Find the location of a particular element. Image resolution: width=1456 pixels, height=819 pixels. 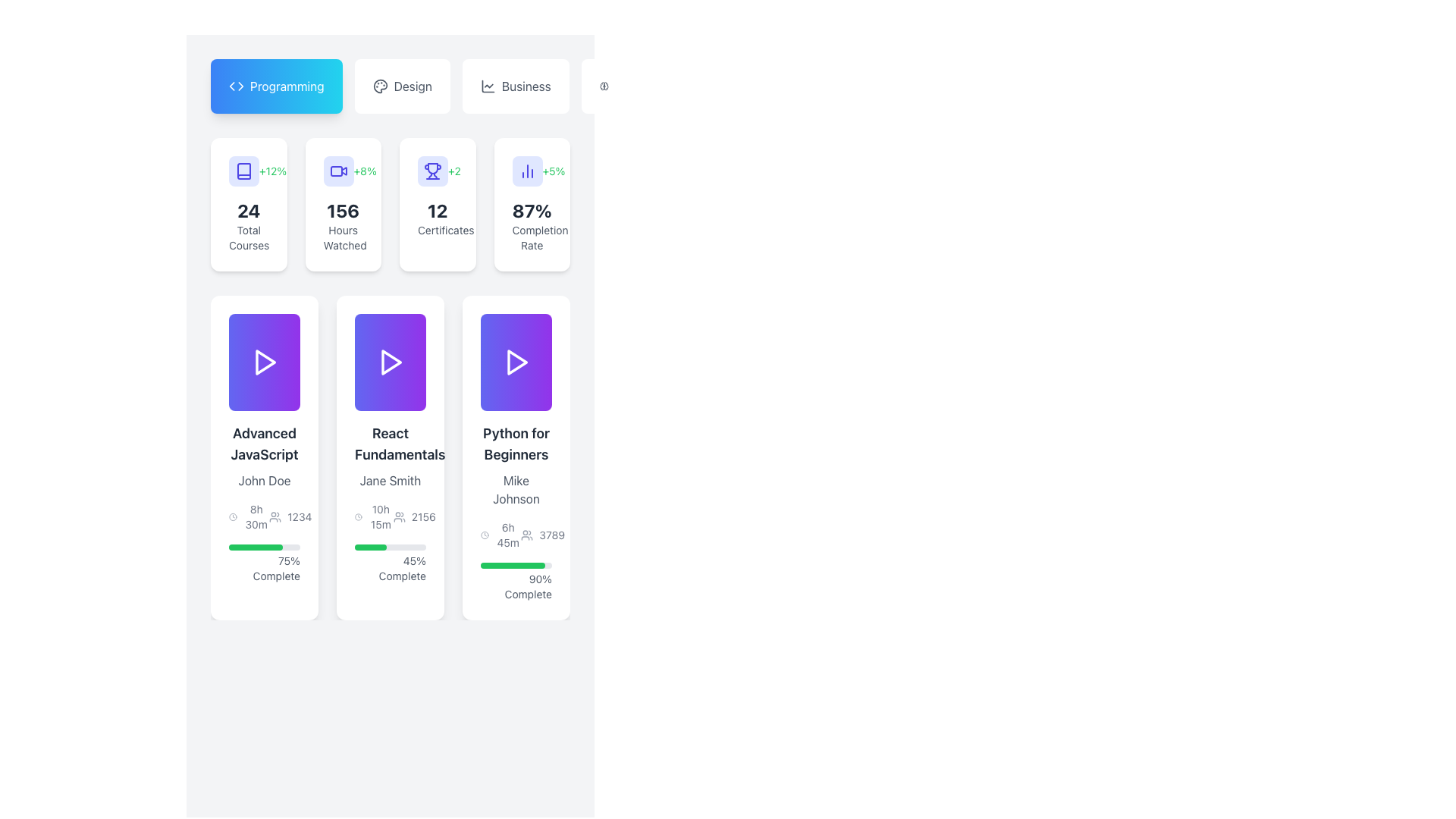

the percentage value displayed in the text label indicating the completion rate, which is located within the card labeled '87% Completion Rate' and aligned to the right of the graphical column chart icon is located at coordinates (532, 171).